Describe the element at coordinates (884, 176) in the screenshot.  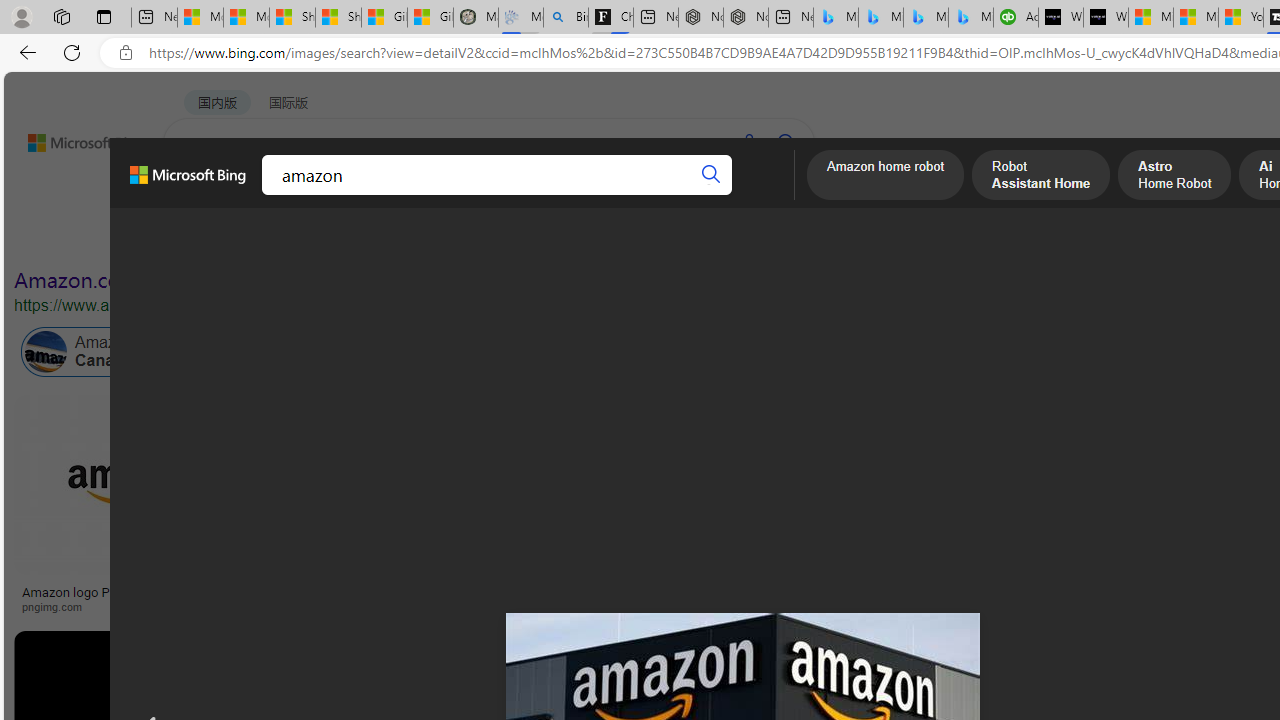
I see `'Amazon home robot'` at that location.